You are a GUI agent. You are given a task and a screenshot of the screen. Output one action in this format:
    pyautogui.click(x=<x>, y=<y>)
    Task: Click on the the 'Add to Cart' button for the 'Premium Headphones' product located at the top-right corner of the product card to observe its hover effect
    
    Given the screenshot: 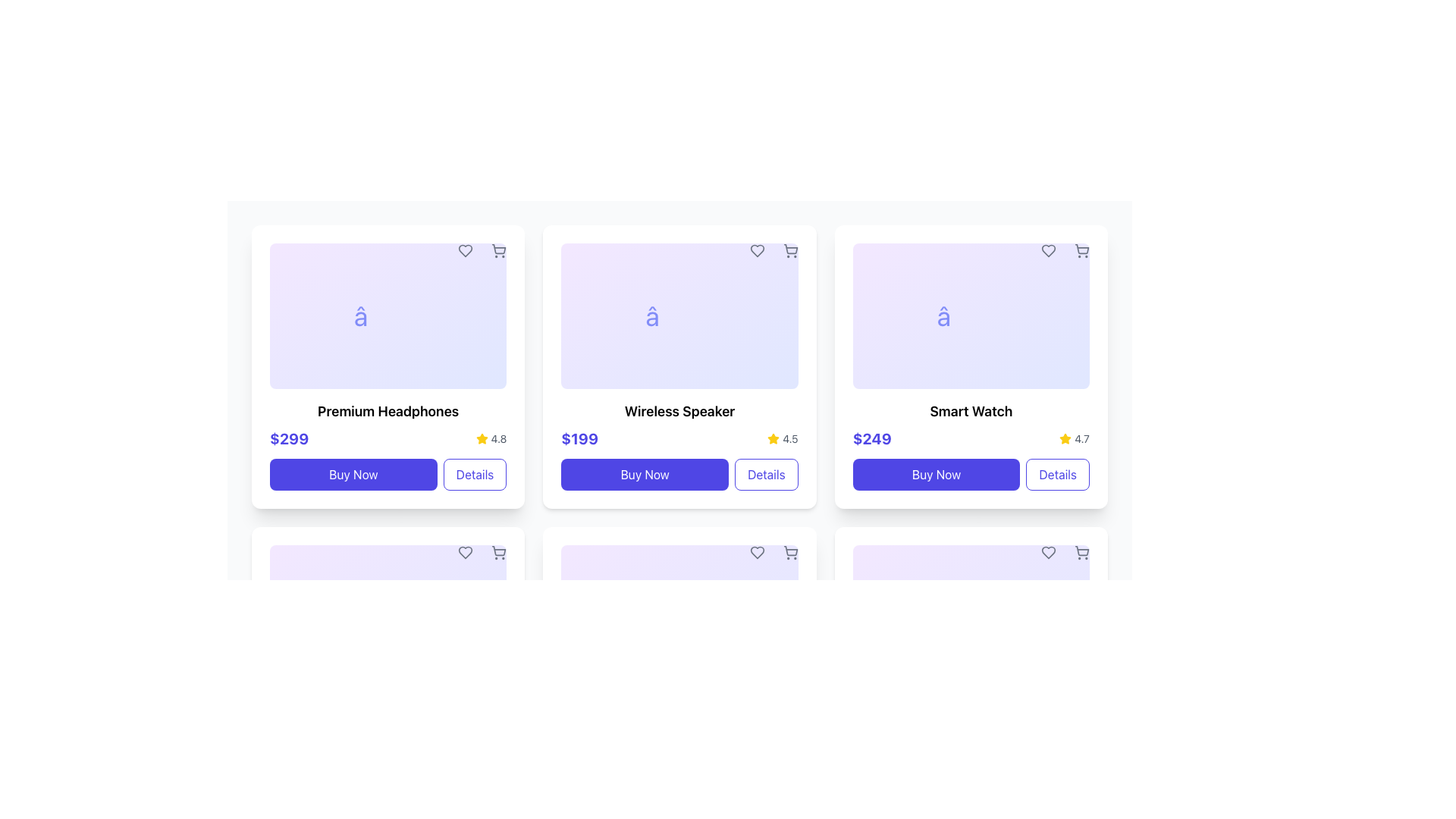 What is the action you would take?
    pyautogui.click(x=499, y=250)
    